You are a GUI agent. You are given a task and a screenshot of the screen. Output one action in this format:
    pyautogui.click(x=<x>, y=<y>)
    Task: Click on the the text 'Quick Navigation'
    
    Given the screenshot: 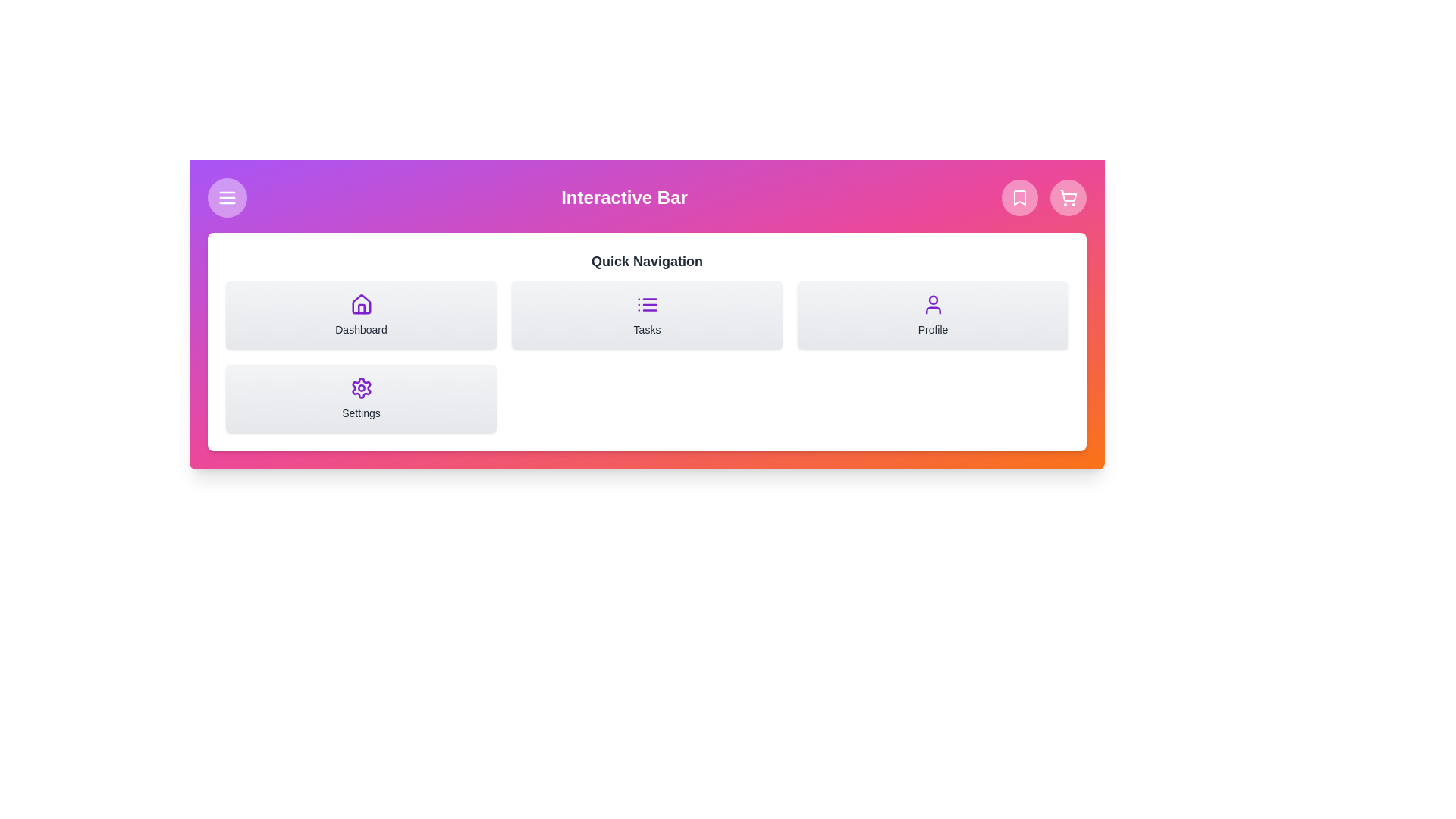 What is the action you would take?
    pyautogui.click(x=647, y=260)
    